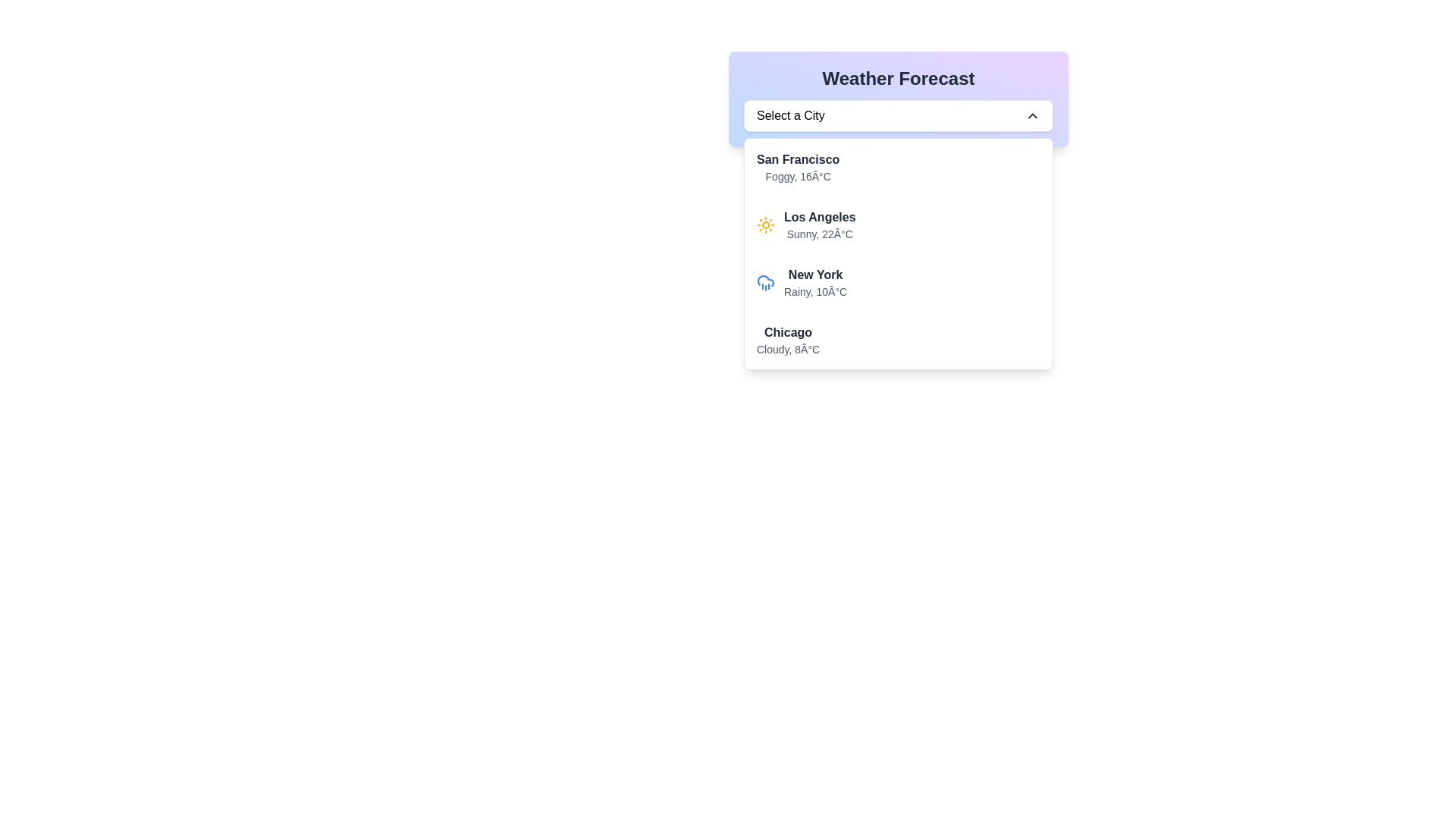  What do you see at coordinates (765, 225) in the screenshot?
I see `the sun icon, a bright yellow SVG graphic with a circular center and radiating lines, located to the left of the text 'Los Angeles Sunny, 22°C'` at bounding box center [765, 225].